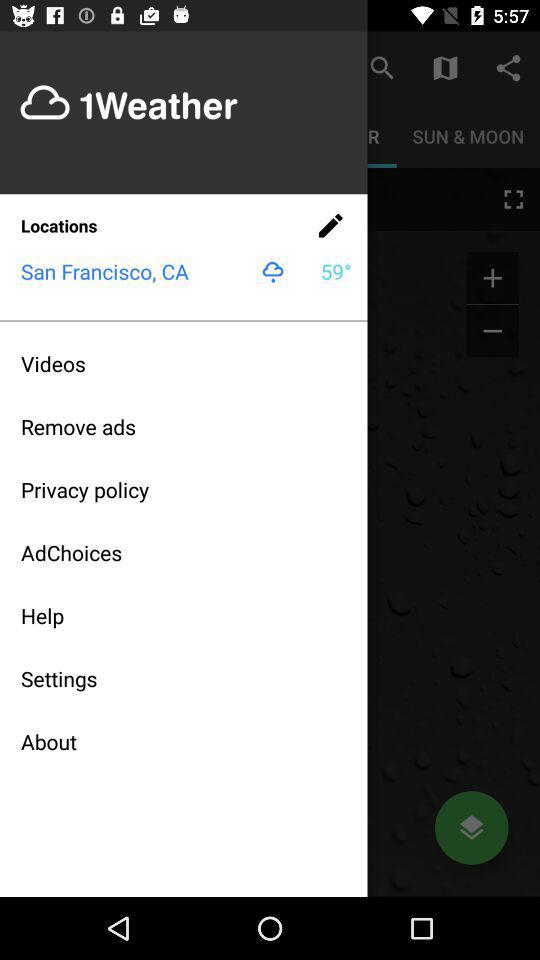 This screenshot has width=540, height=960. I want to click on the layers icon, so click(471, 828).